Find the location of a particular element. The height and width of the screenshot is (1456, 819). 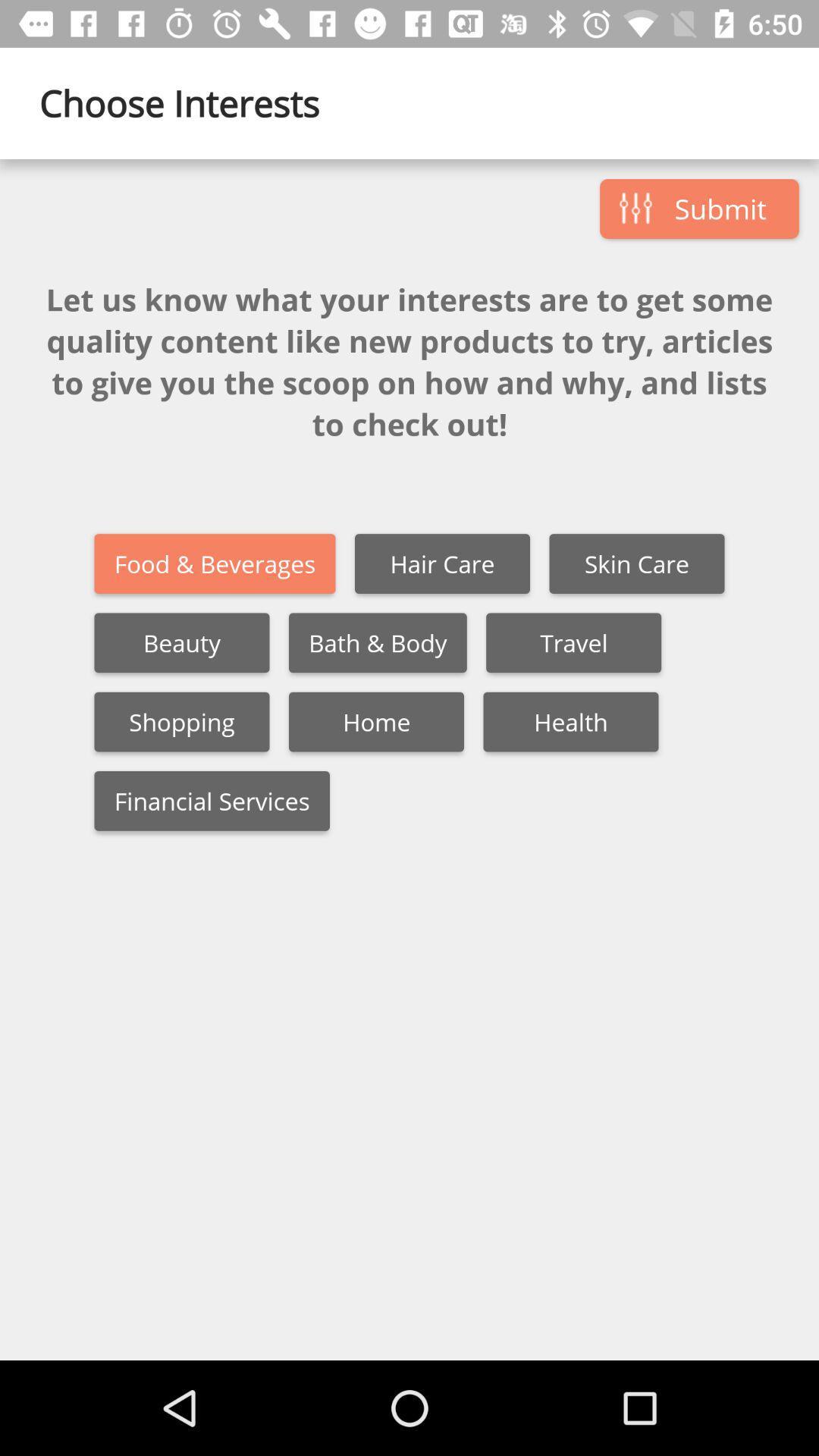

the shopping is located at coordinates (180, 721).